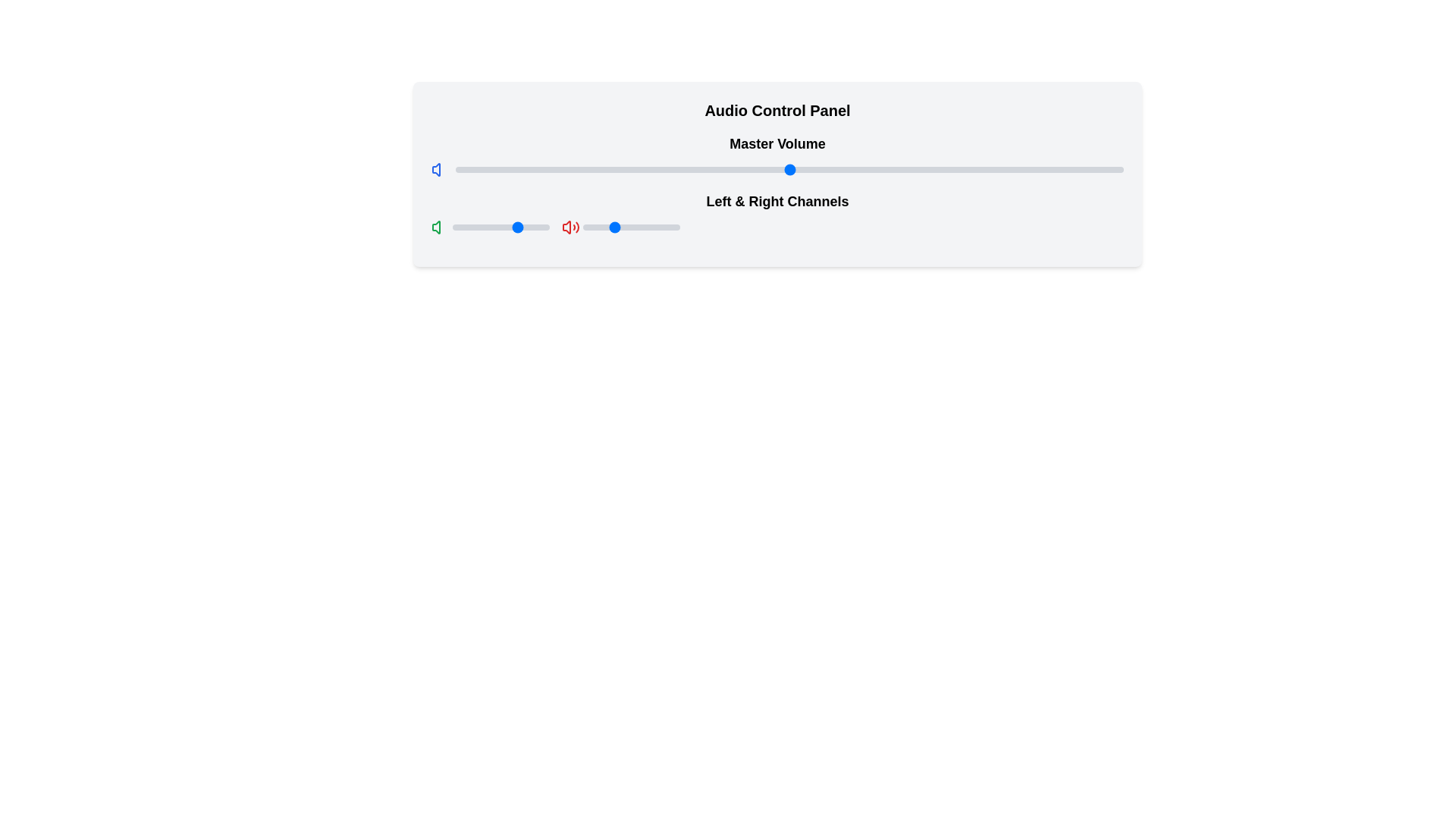 The height and width of the screenshot is (819, 1456). What do you see at coordinates (675, 227) in the screenshot?
I see `the balance of left and right audio channels` at bounding box center [675, 227].